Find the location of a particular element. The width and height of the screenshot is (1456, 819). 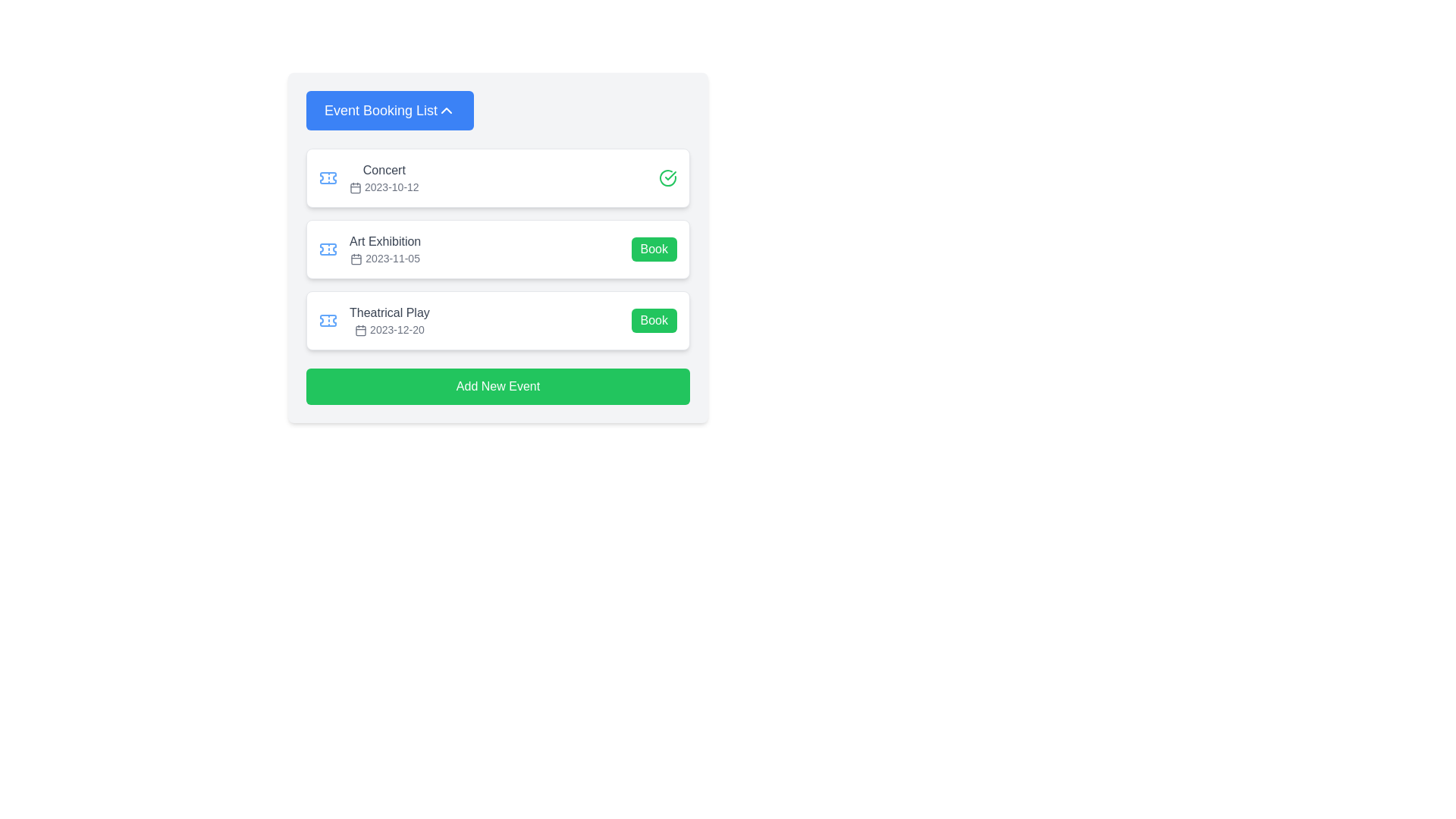

the non-interactive text label displaying the title 'Theatrical Play' located in the third position of the event list is located at coordinates (389, 312).